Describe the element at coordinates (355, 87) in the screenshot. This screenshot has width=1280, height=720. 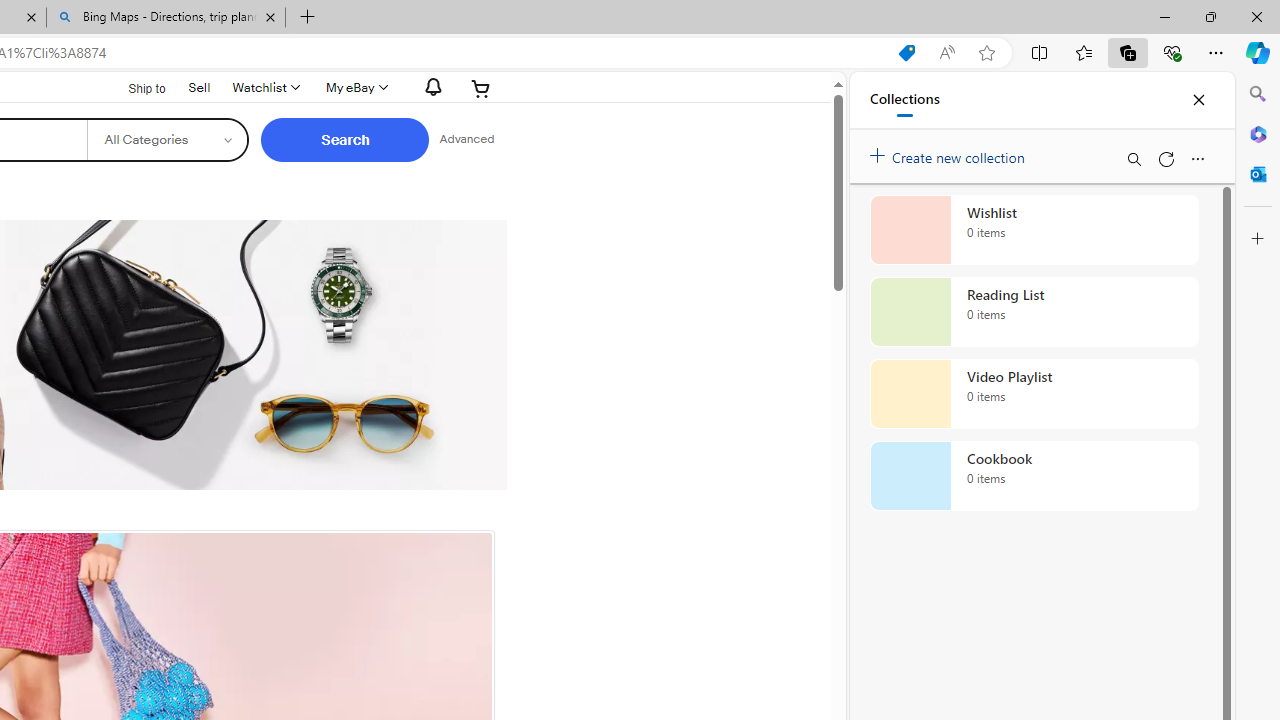
I see `'My eBayExpand My eBay'` at that location.